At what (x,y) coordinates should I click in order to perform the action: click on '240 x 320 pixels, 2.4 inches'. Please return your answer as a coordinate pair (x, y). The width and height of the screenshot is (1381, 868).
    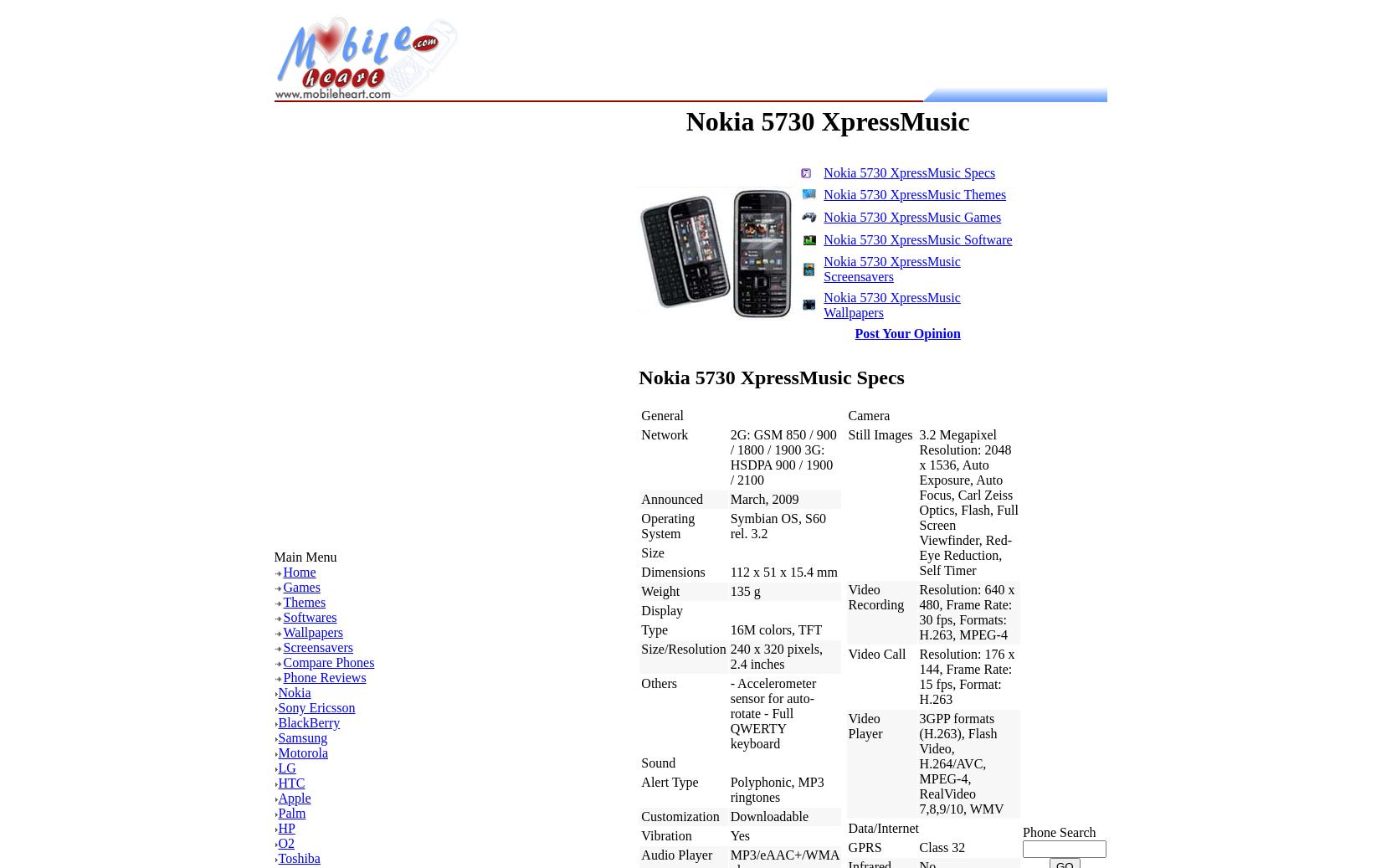
    Looking at the image, I should click on (775, 656).